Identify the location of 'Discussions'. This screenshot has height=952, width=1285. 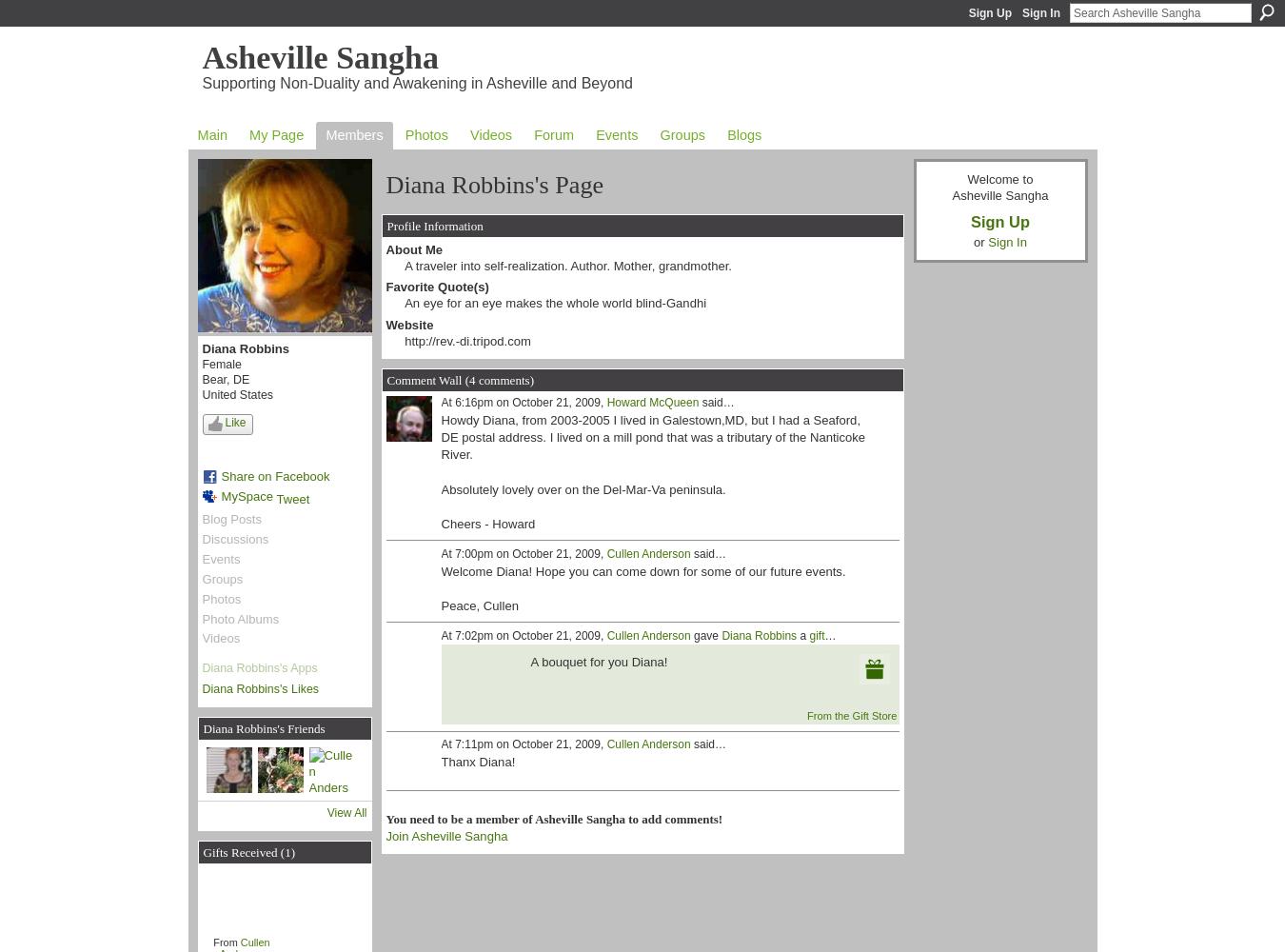
(234, 537).